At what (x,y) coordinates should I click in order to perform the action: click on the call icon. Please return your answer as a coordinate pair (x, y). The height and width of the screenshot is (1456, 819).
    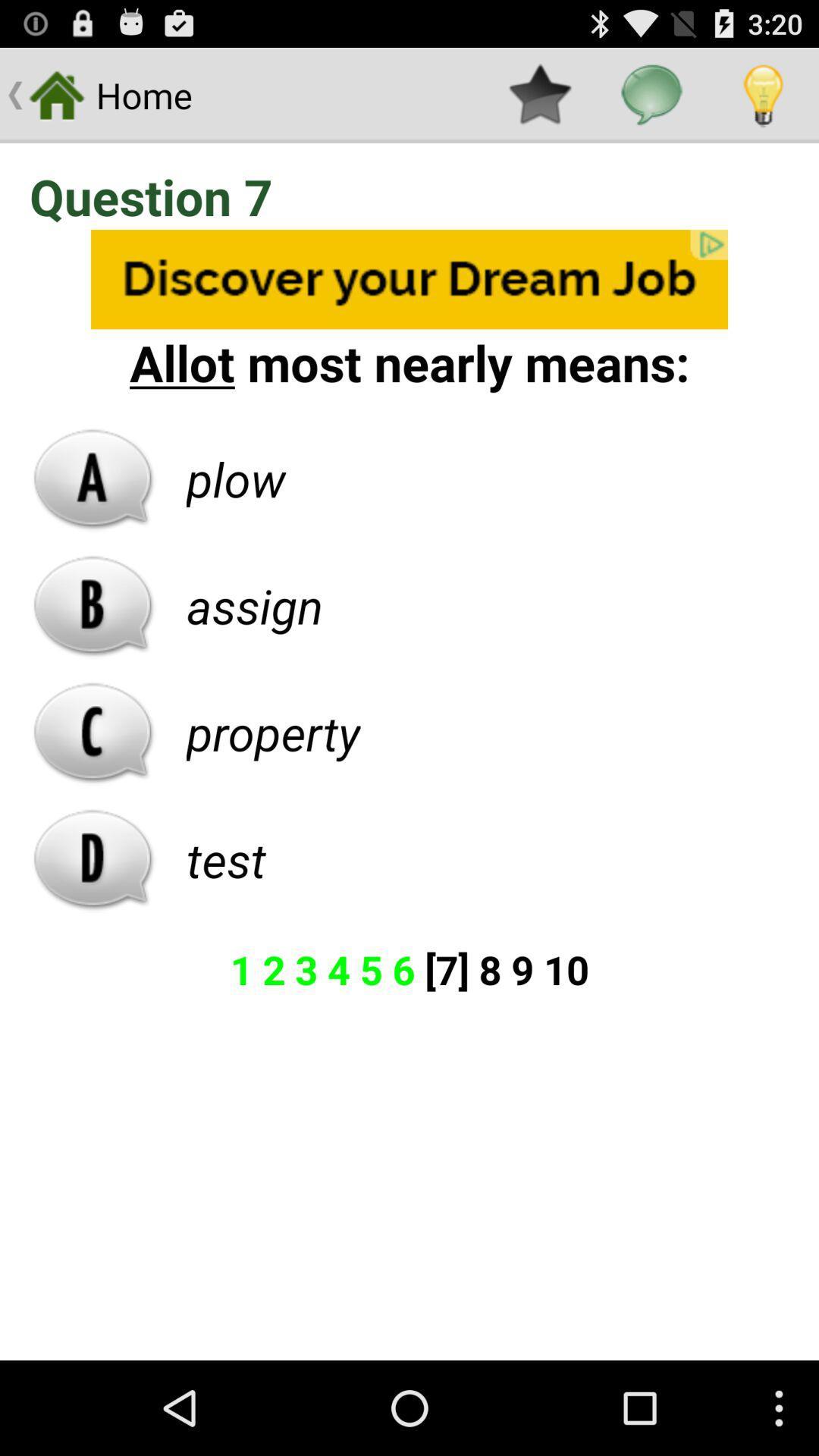
    Looking at the image, I should click on (93, 784).